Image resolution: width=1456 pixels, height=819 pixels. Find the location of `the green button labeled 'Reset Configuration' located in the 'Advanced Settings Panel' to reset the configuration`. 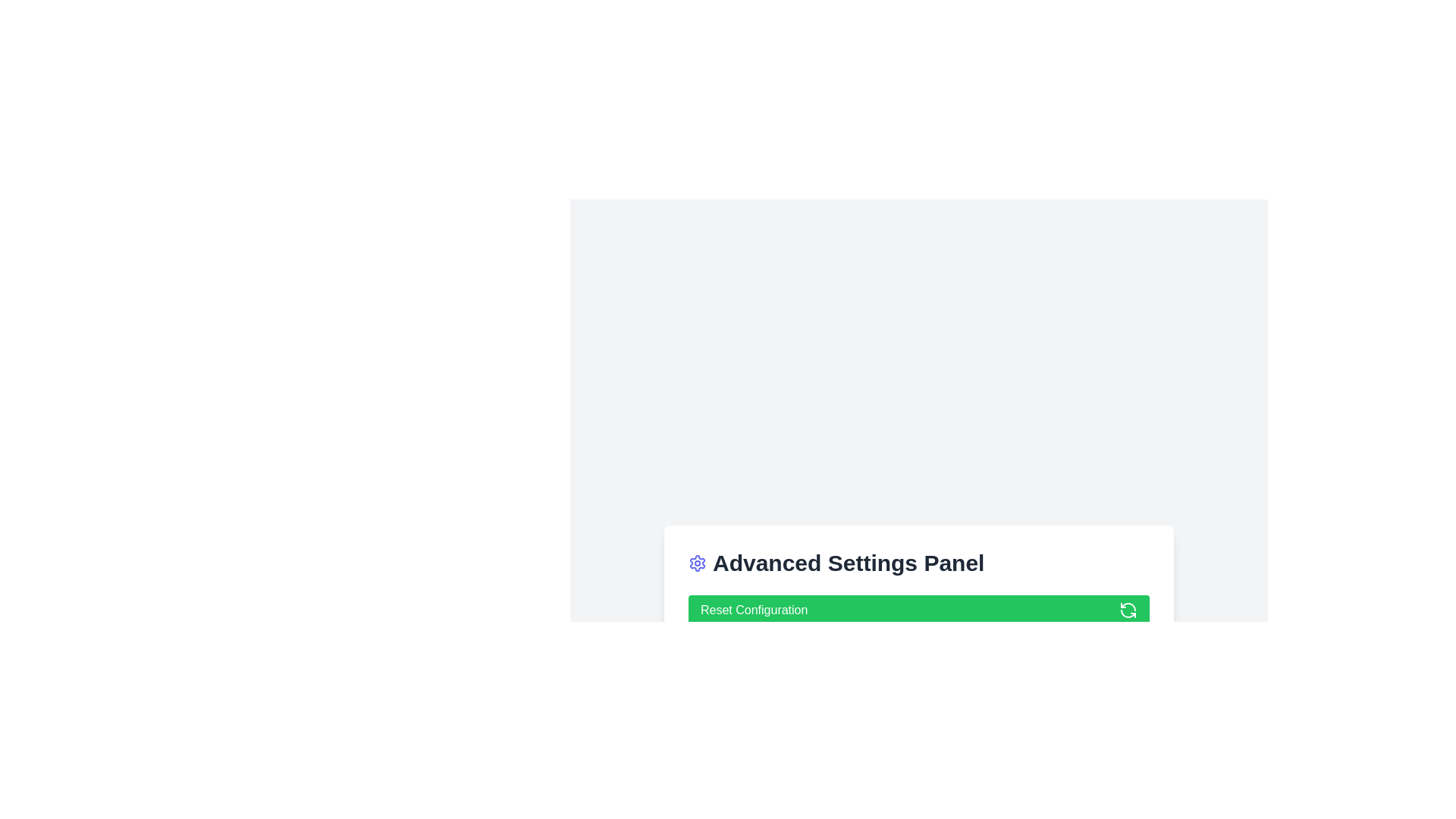

the green button labeled 'Reset Configuration' located in the 'Advanced Settings Panel' to reset the configuration is located at coordinates (918, 607).